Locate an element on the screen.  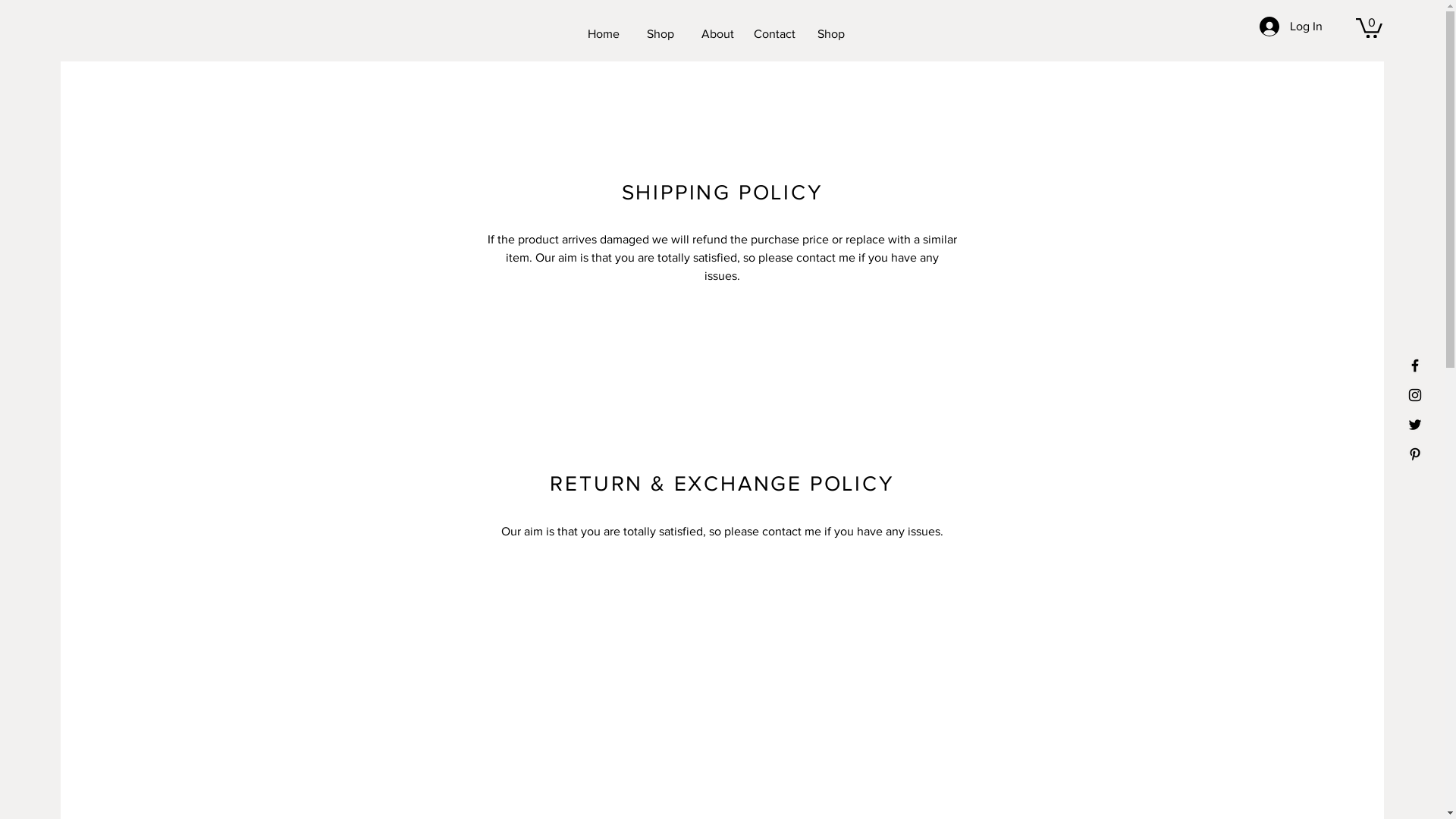
'Shop' is located at coordinates (830, 34).